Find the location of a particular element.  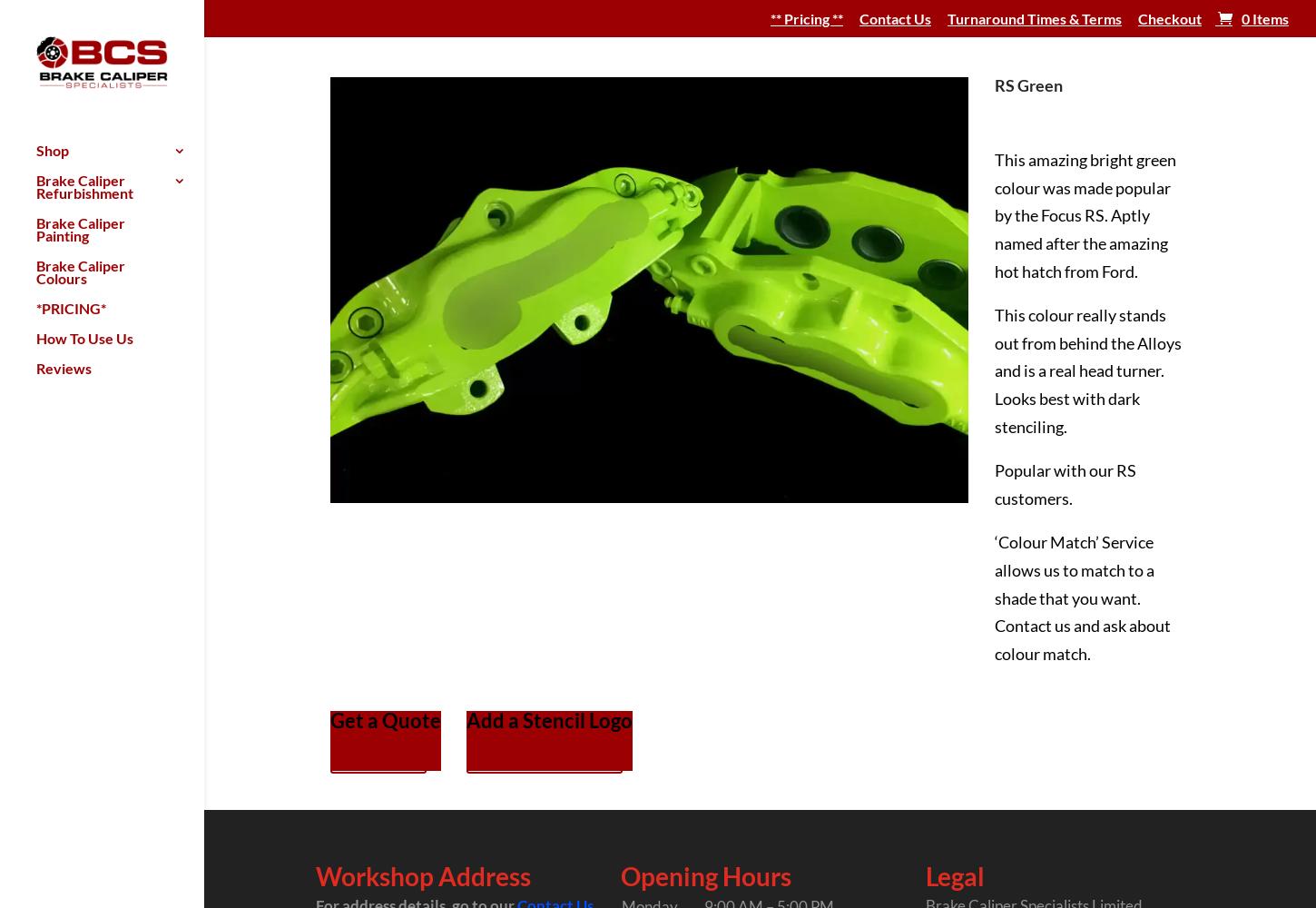

'Brake Caliper Decals' is located at coordinates (310, 185).